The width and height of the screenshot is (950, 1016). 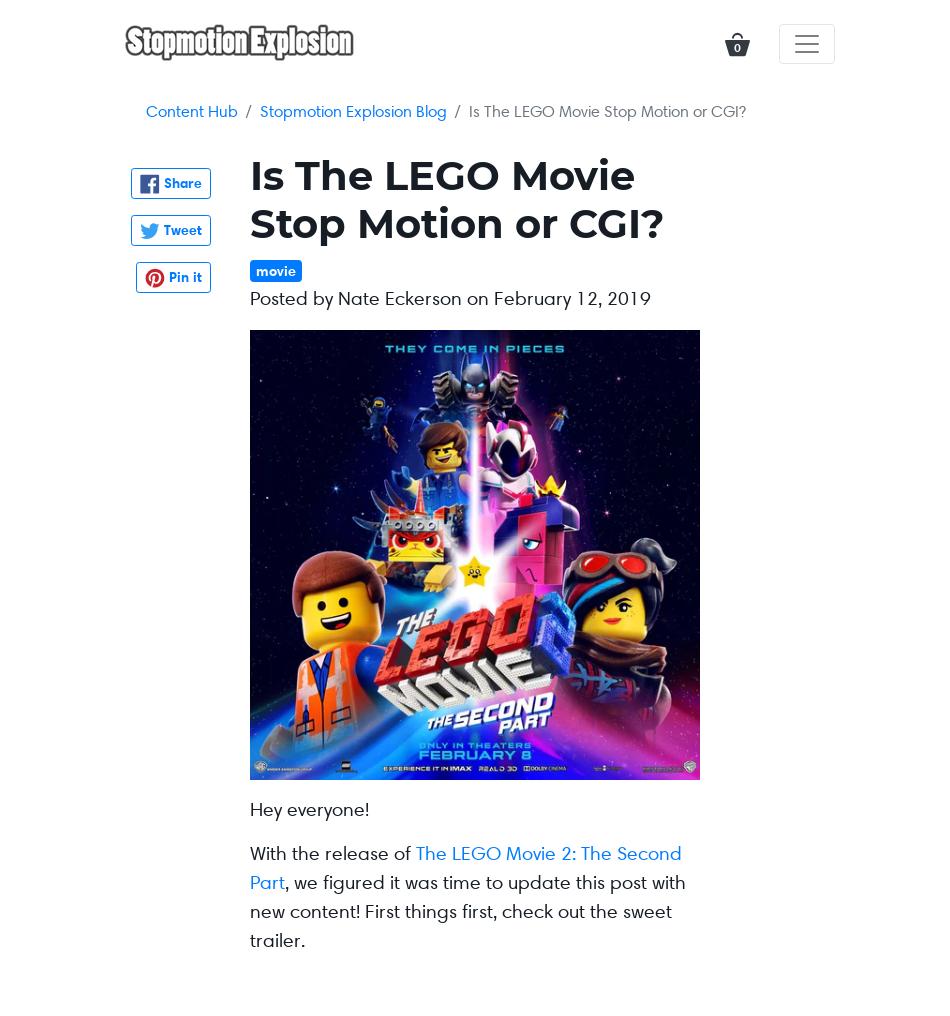 What do you see at coordinates (163, 181) in the screenshot?
I see `'Share'` at bounding box center [163, 181].